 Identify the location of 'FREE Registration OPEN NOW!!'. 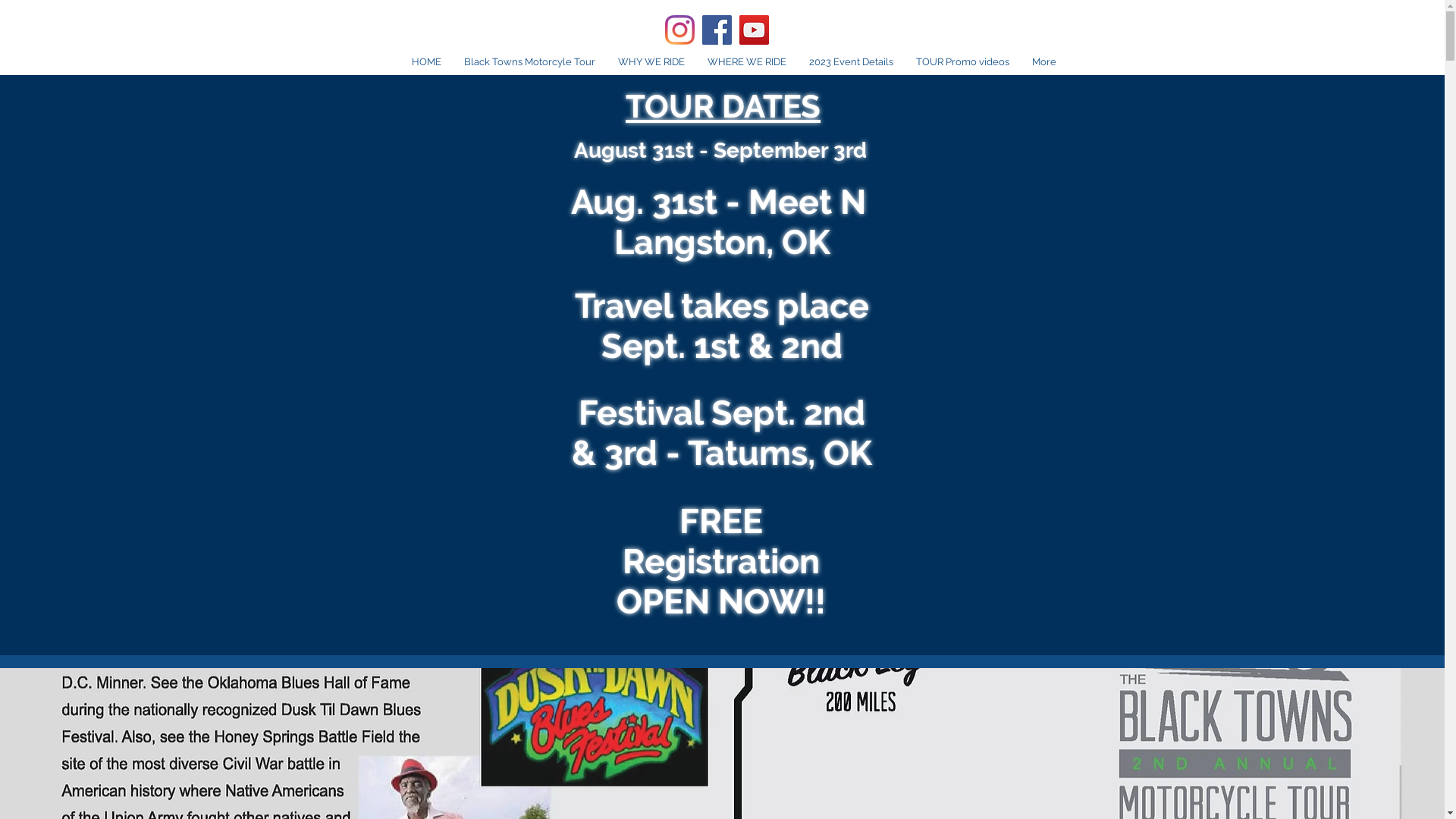
(720, 561).